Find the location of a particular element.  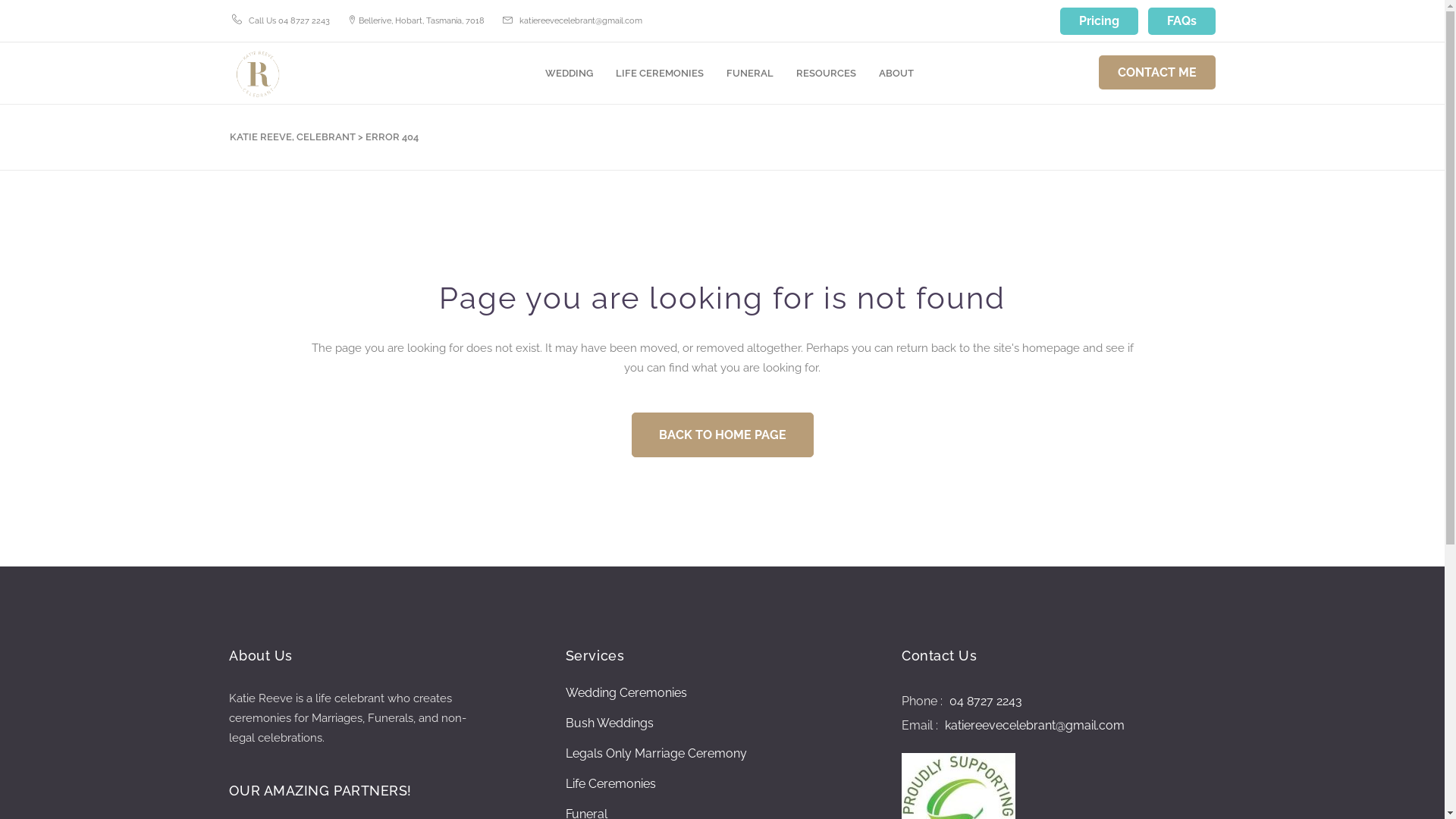

'Bush Weddings' is located at coordinates (610, 722).